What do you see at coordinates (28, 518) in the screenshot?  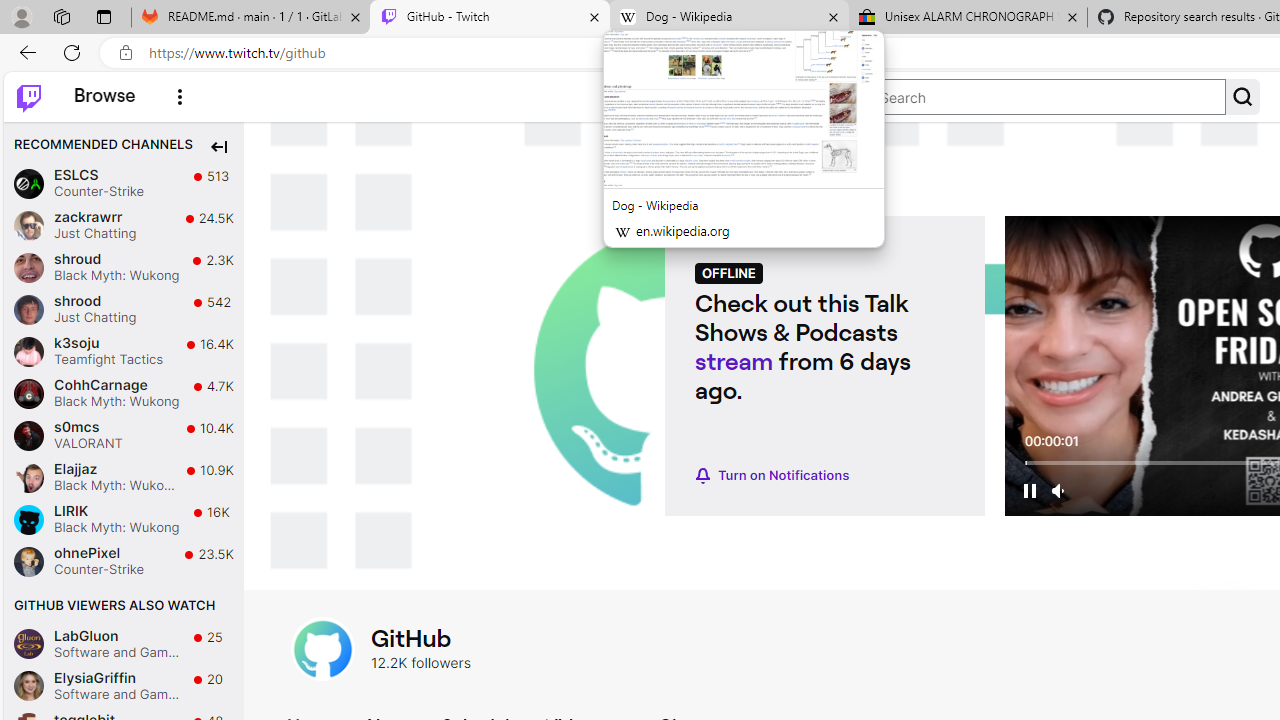 I see `'LIRIK'` at bounding box center [28, 518].